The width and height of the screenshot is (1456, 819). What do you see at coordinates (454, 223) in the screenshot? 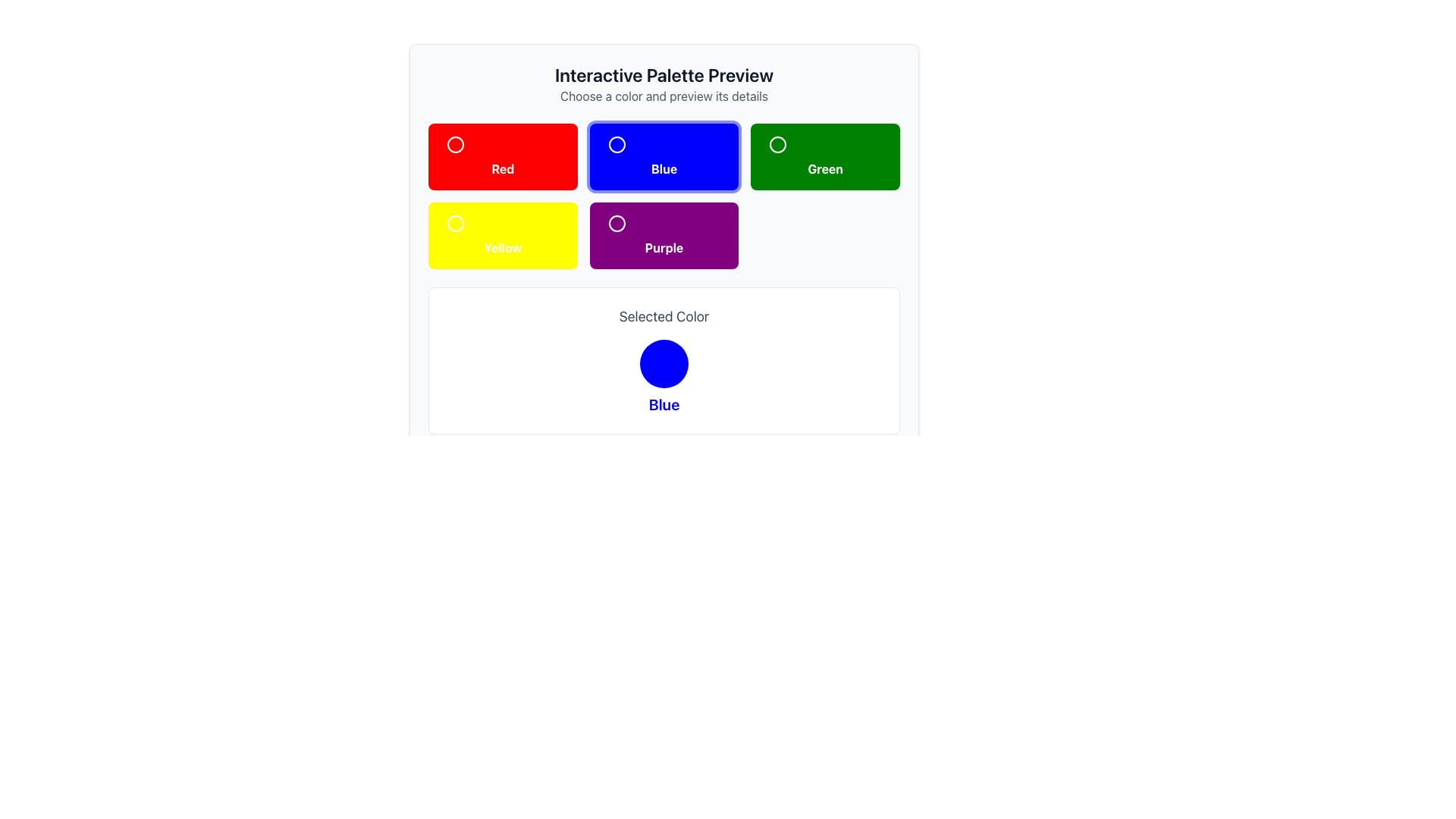
I see `the yellow color selector icon located in the upper central part of the layout within the color palette interface` at bounding box center [454, 223].